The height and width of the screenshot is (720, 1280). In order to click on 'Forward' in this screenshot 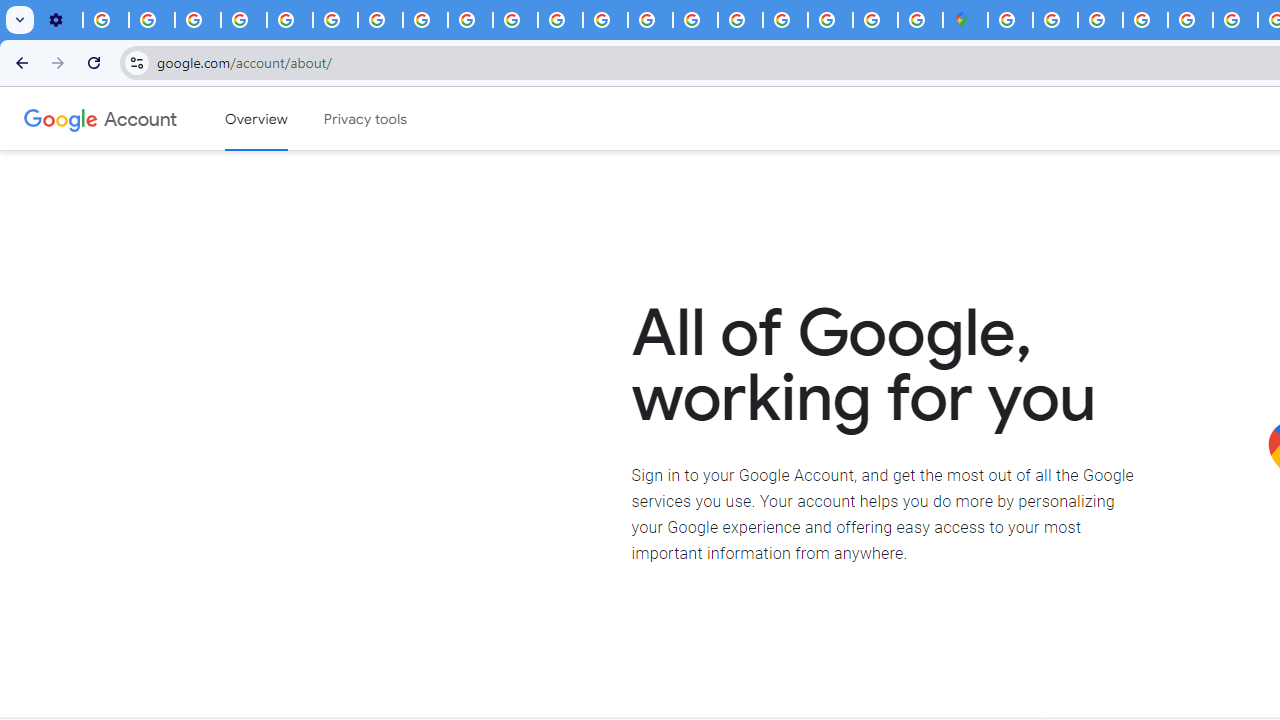, I will do `click(58, 61)`.